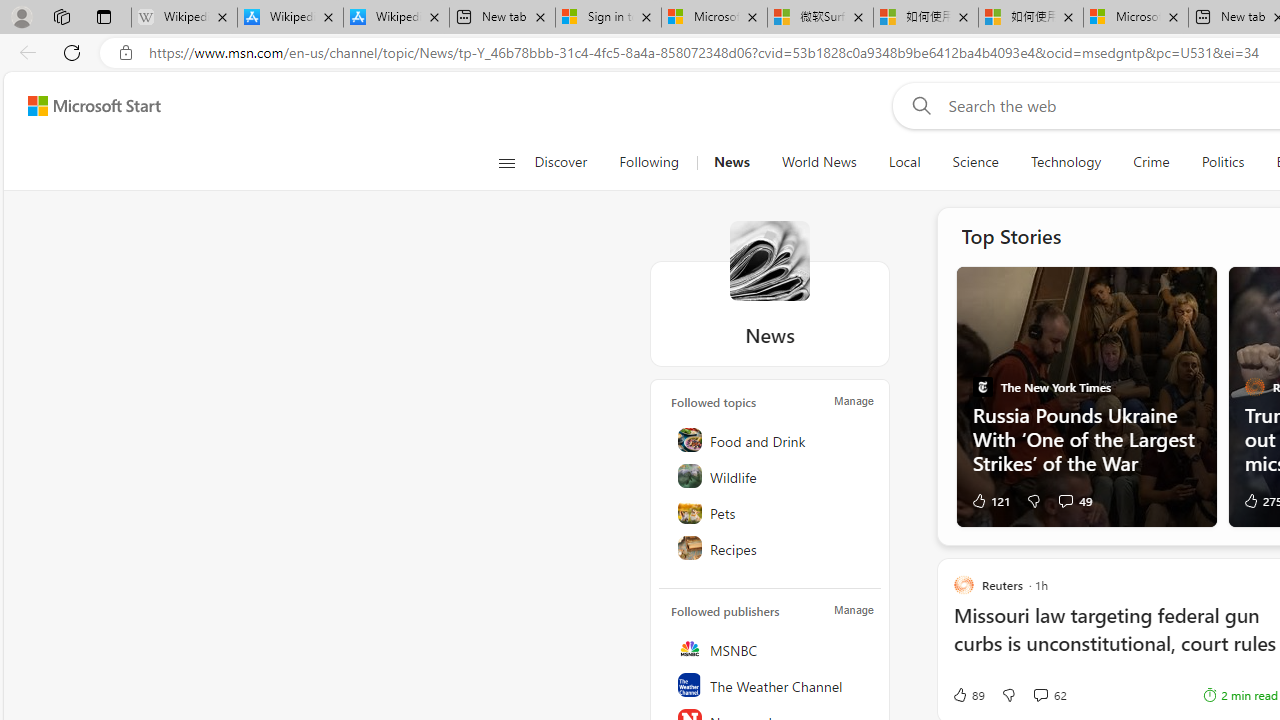 The width and height of the screenshot is (1280, 720). Describe the element at coordinates (1152, 162) in the screenshot. I see `'Crime'` at that location.